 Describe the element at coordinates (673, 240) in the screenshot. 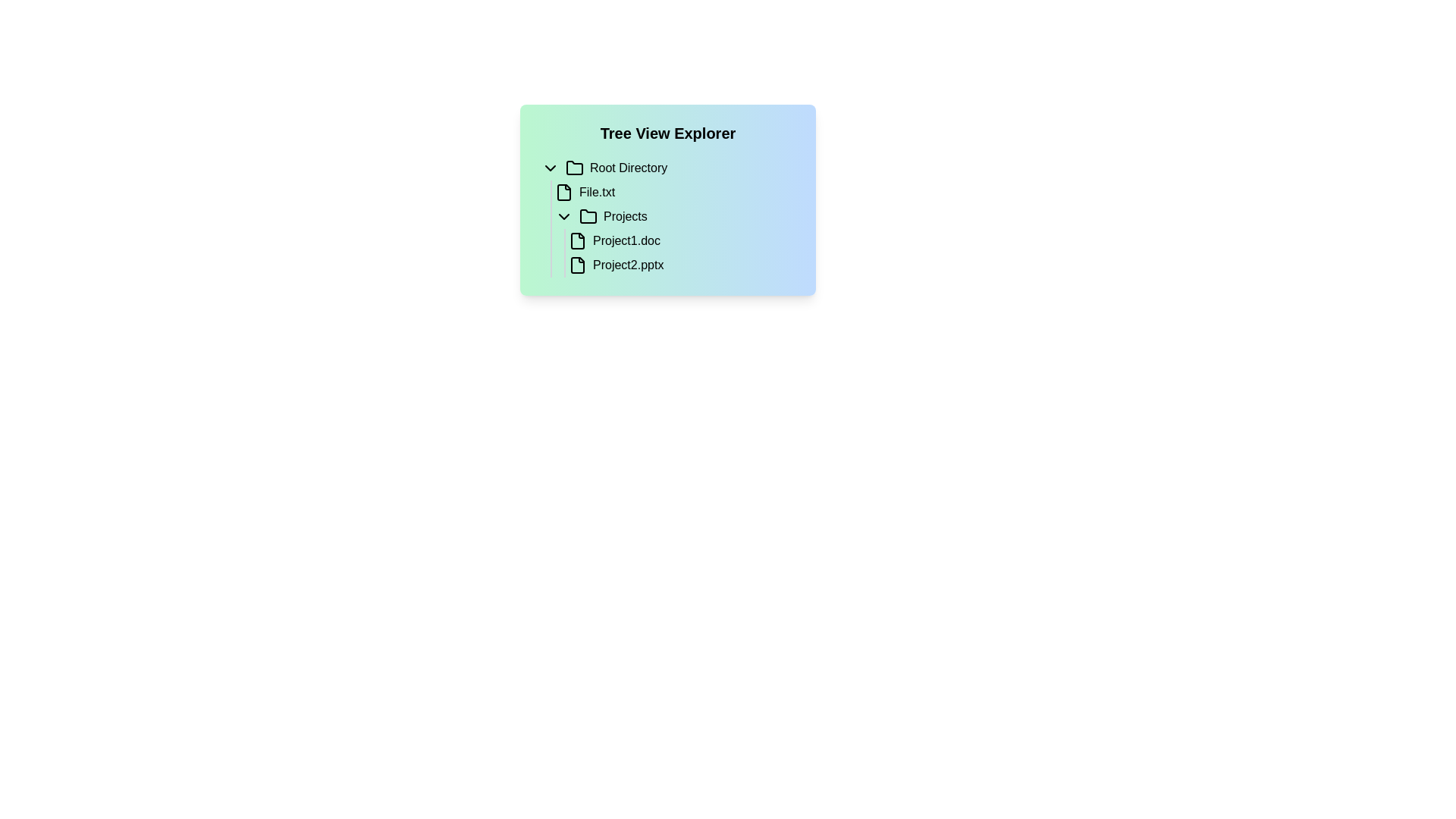

I see `the list item representing the file 'Project1.doc'` at that location.